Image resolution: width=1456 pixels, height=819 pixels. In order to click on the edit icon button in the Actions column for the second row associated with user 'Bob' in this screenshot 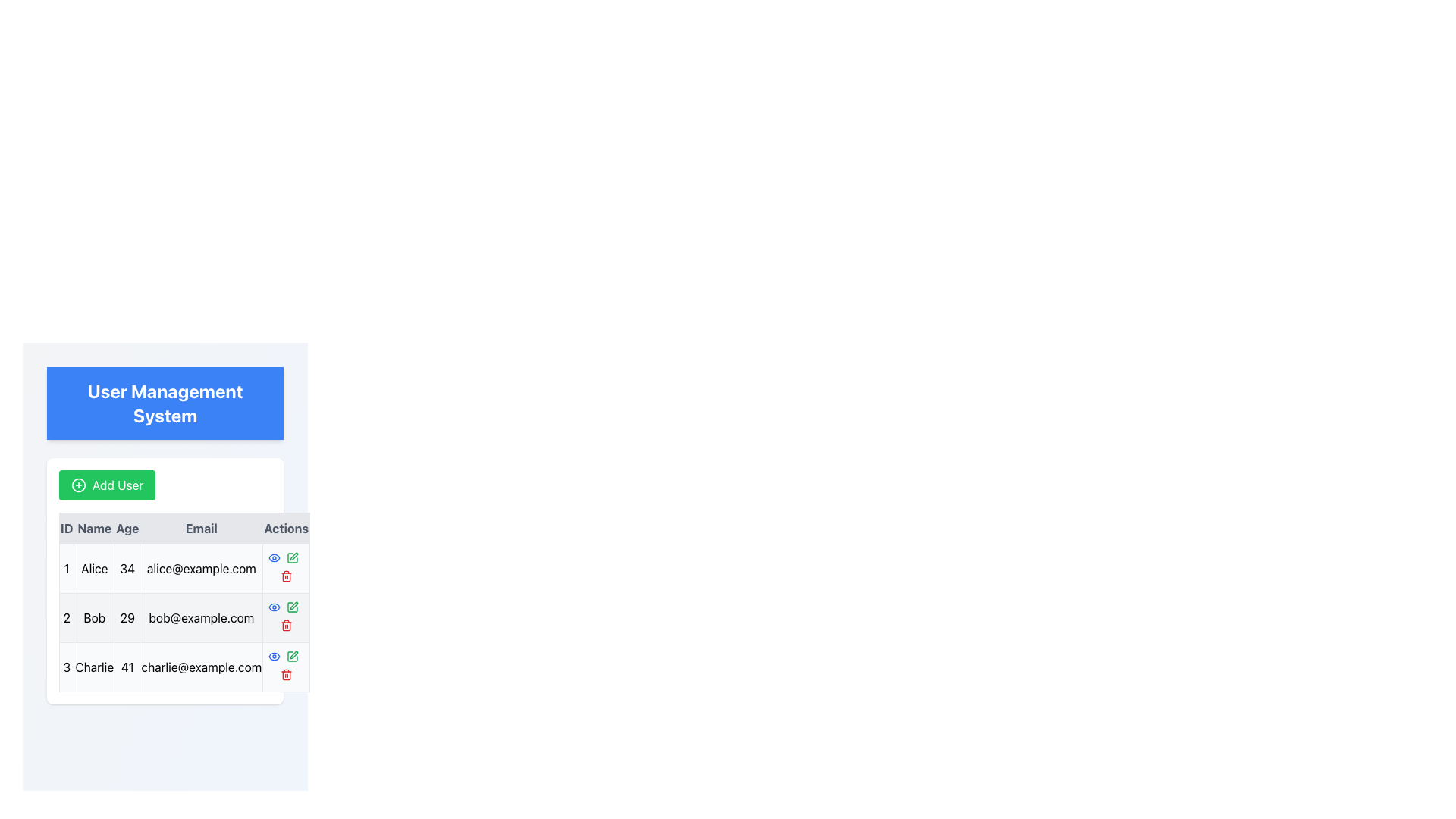, I will do `click(292, 558)`.